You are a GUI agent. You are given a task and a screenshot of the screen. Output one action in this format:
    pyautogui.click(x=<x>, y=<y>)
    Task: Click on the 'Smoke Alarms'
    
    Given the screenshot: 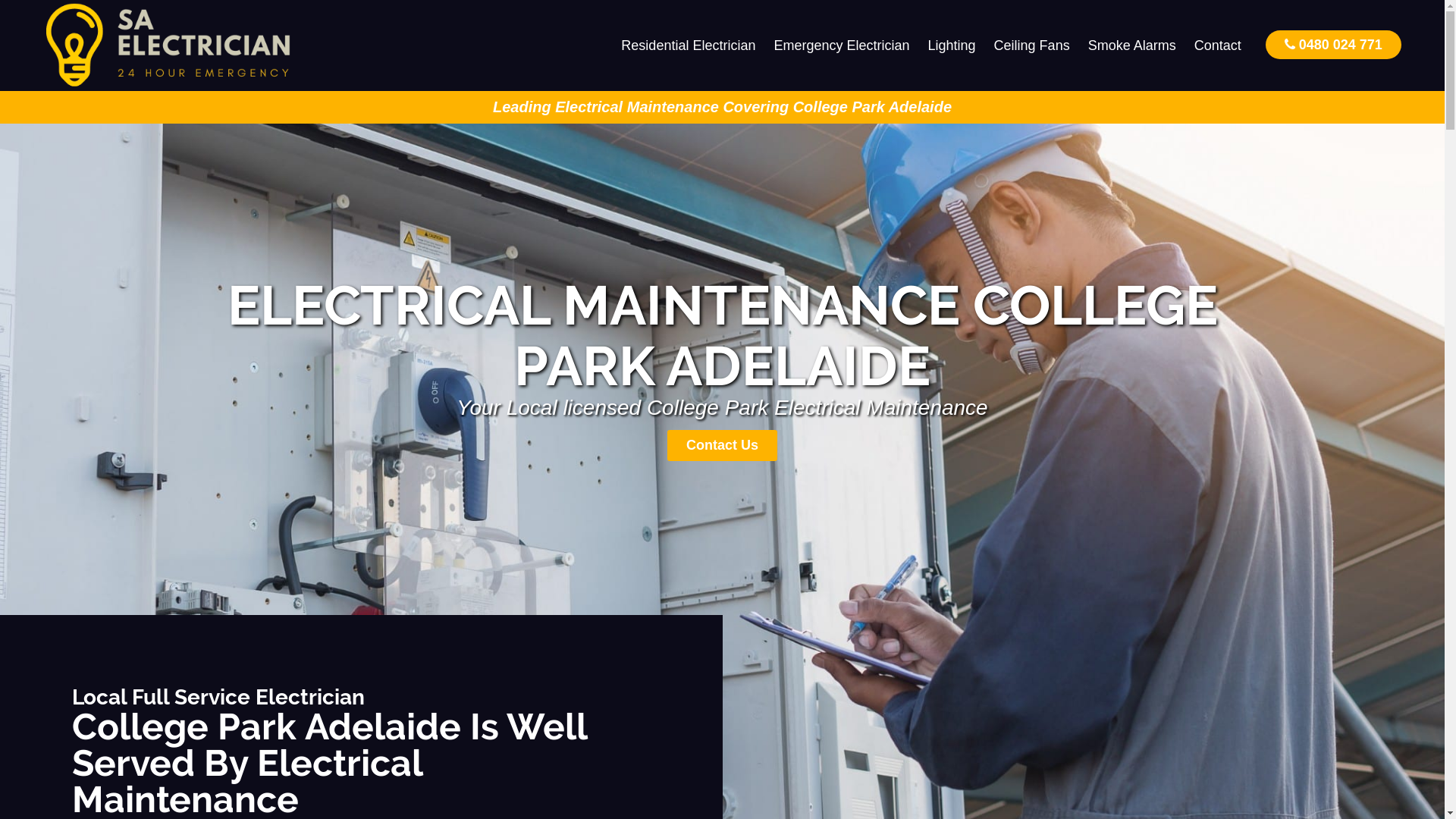 What is the action you would take?
    pyautogui.click(x=1131, y=45)
    